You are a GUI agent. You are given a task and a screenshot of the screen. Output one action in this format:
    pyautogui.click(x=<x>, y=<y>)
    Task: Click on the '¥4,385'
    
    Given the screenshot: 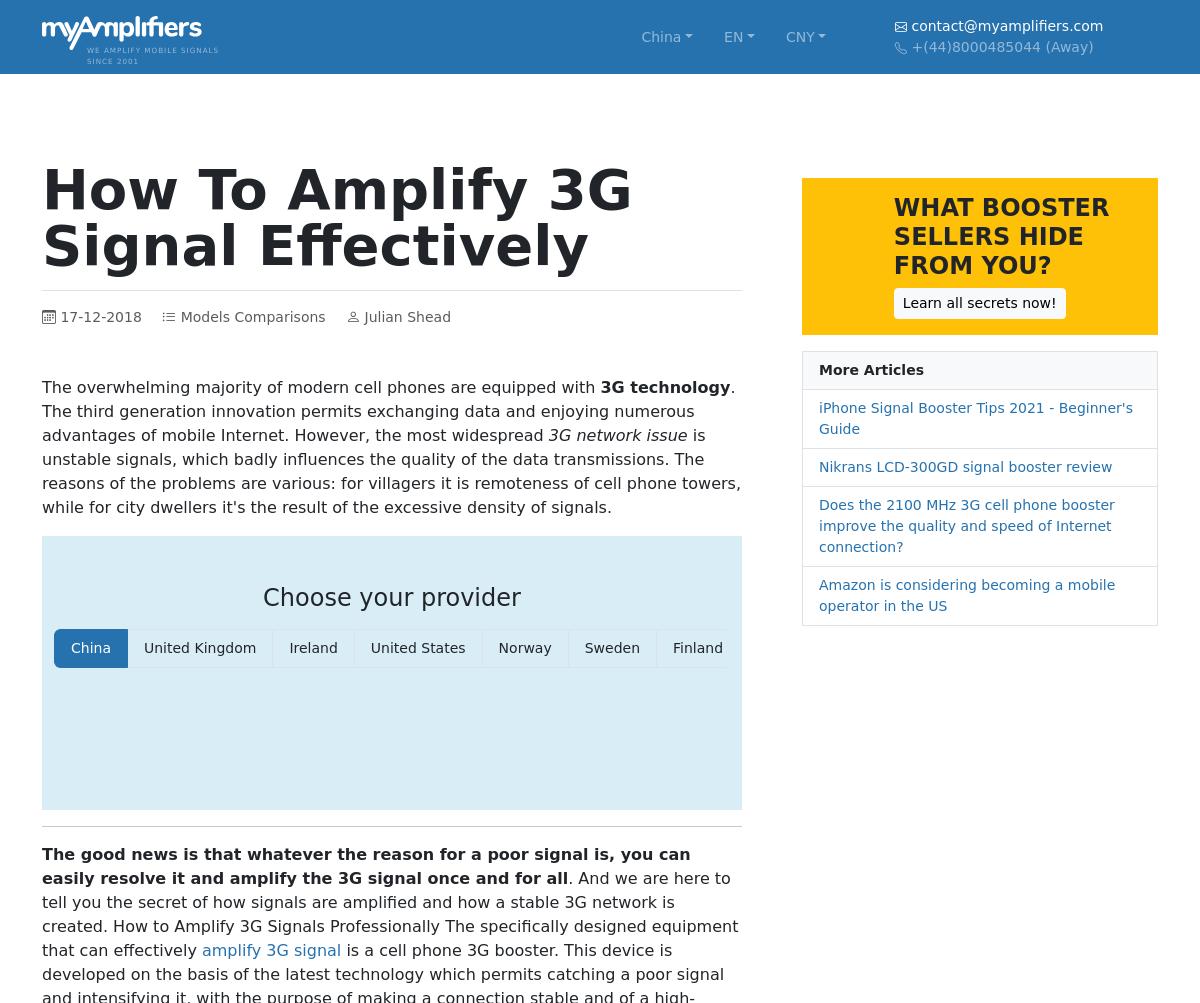 What is the action you would take?
    pyautogui.click(x=655, y=338)
    